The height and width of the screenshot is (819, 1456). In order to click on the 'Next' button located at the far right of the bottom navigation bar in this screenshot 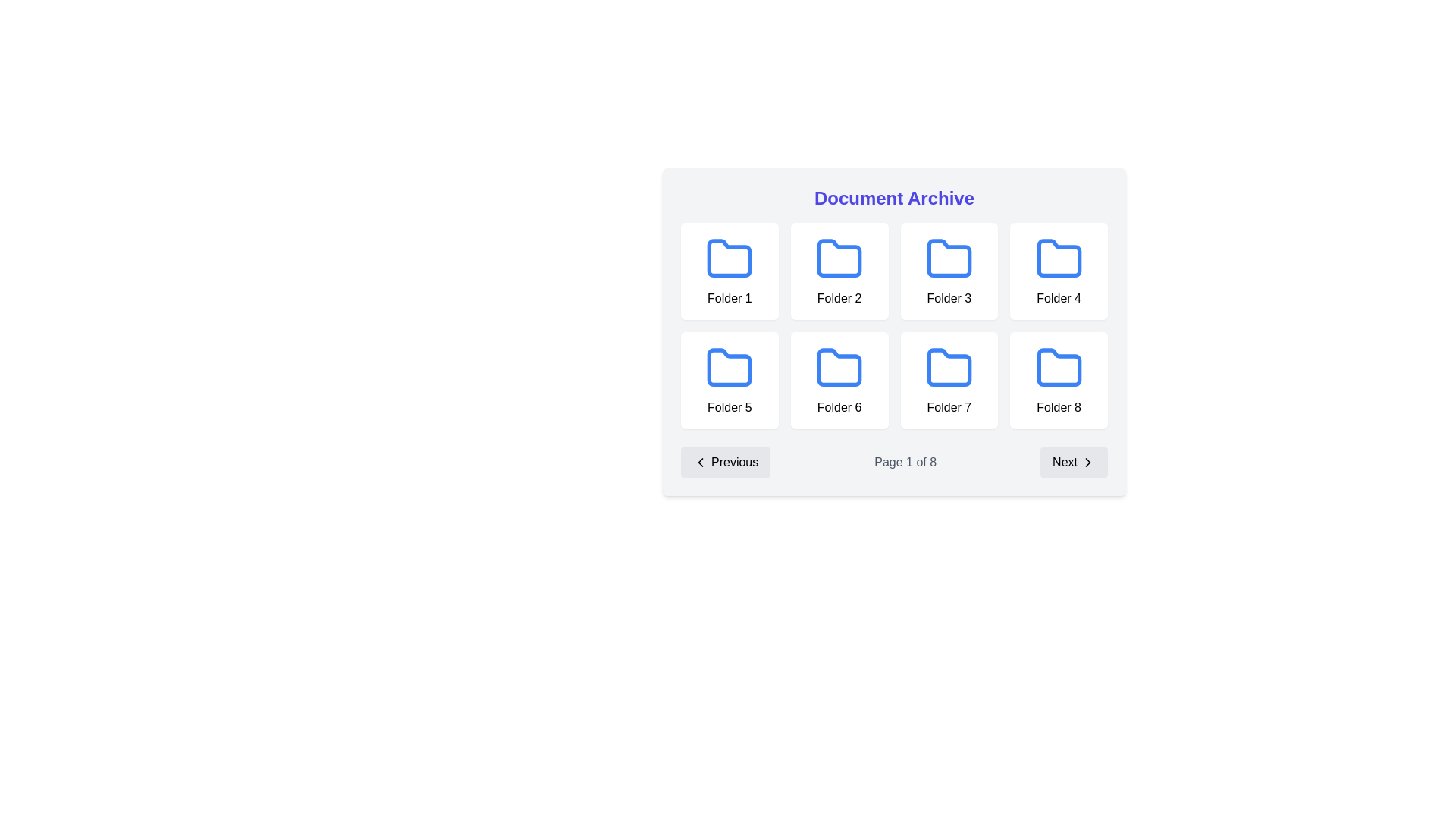, I will do `click(1073, 461)`.